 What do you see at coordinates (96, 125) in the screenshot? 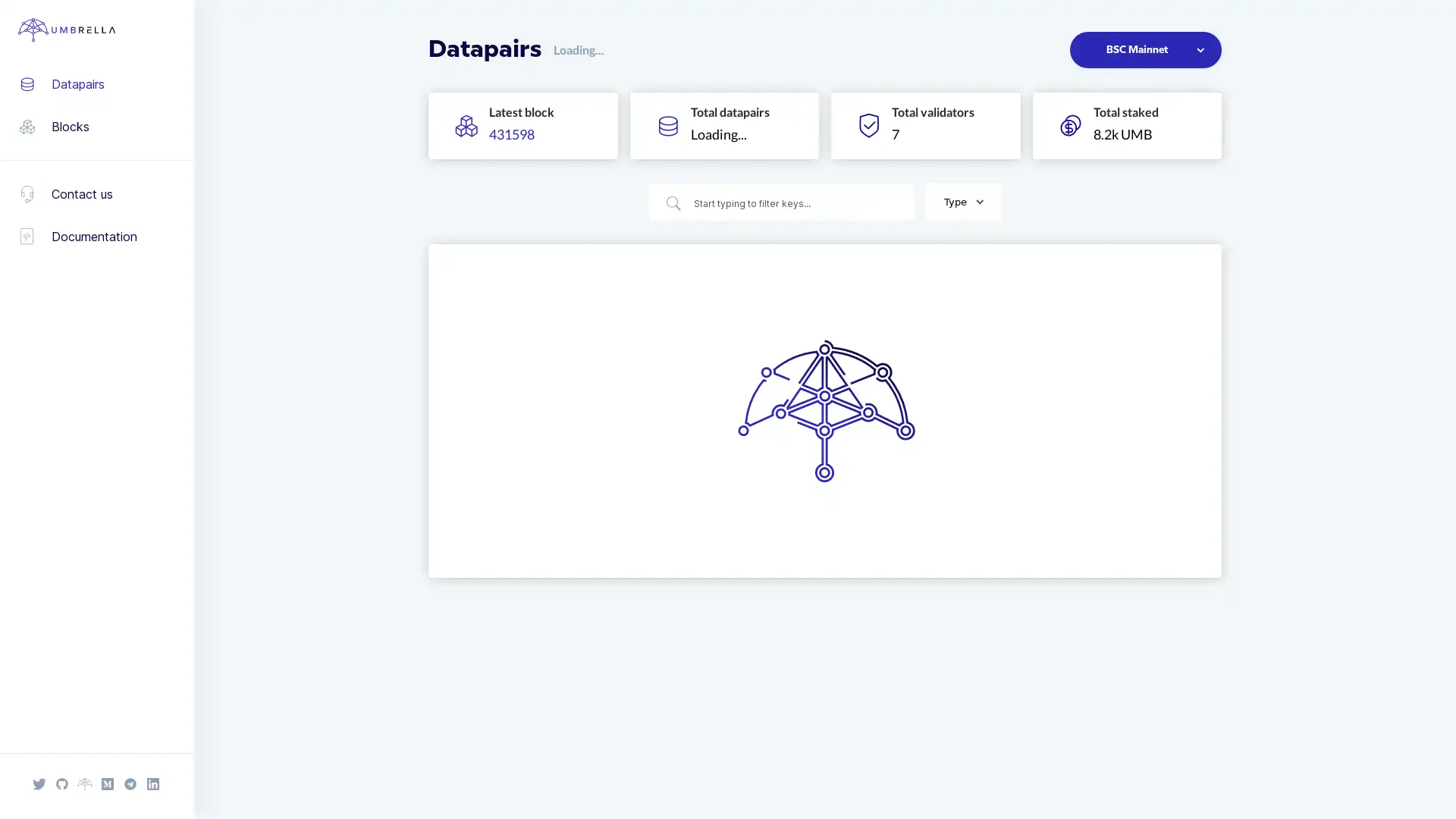
I see `Blocks` at bounding box center [96, 125].